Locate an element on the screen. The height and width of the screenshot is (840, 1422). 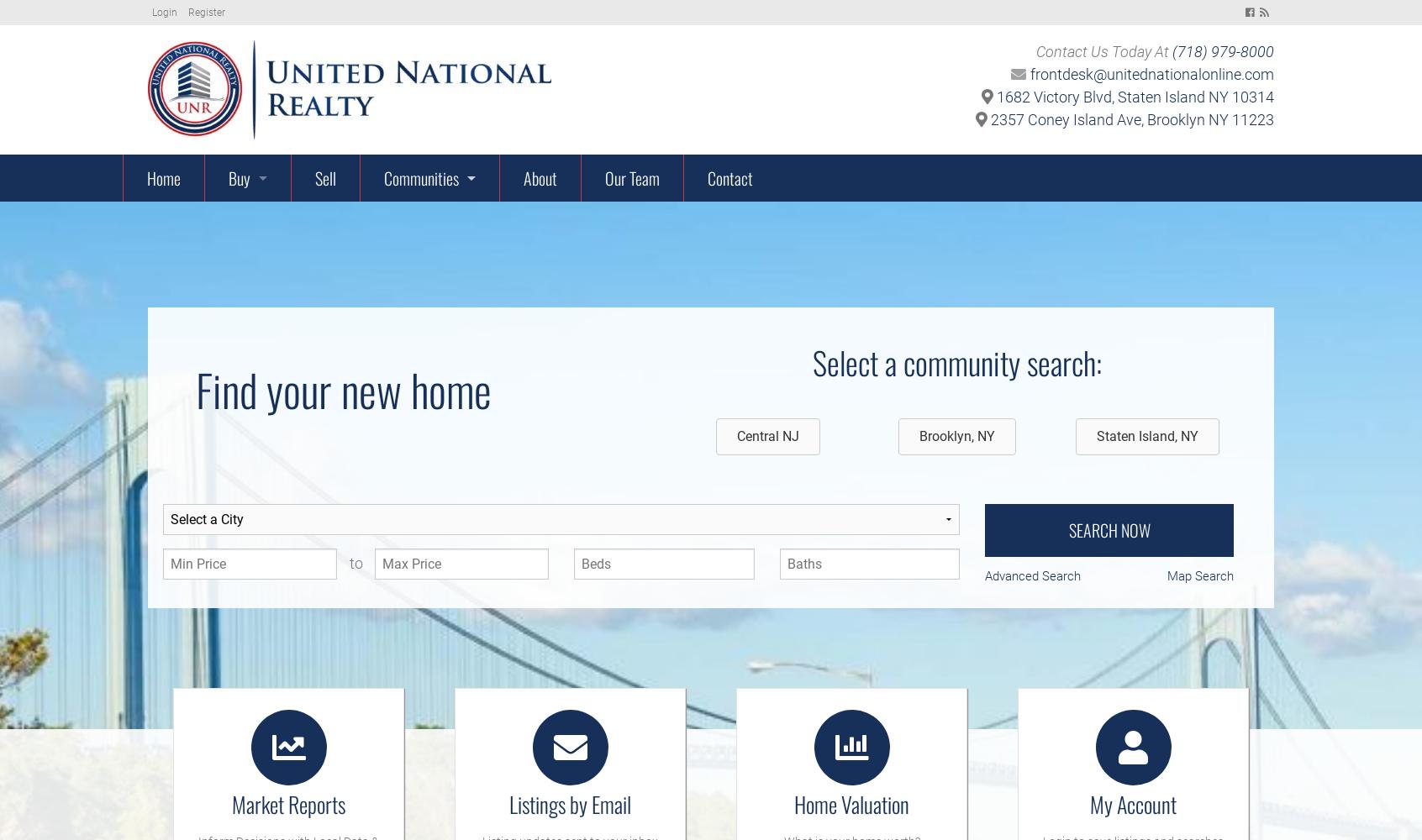
'My Account' is located at coordinates (1133, 802).